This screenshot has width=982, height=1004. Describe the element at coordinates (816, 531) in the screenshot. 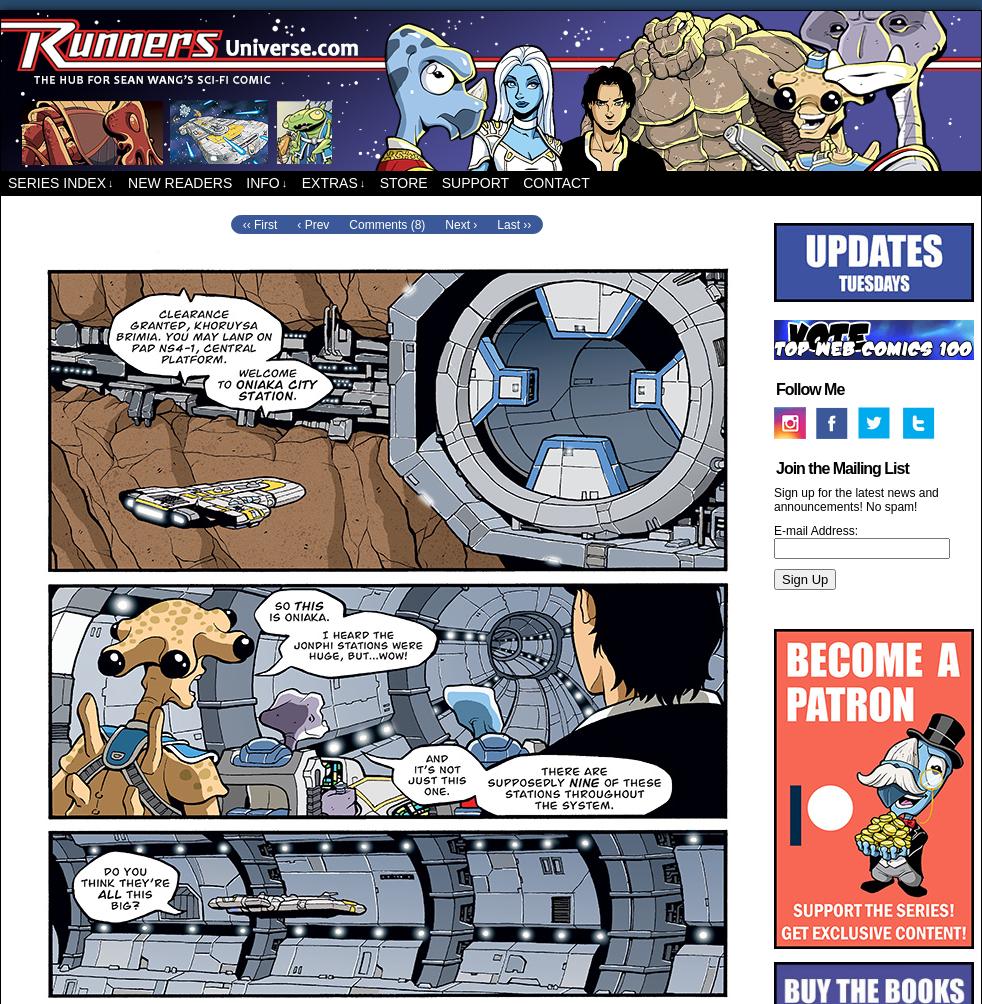

I see `'E-mail Address:'` at that location.